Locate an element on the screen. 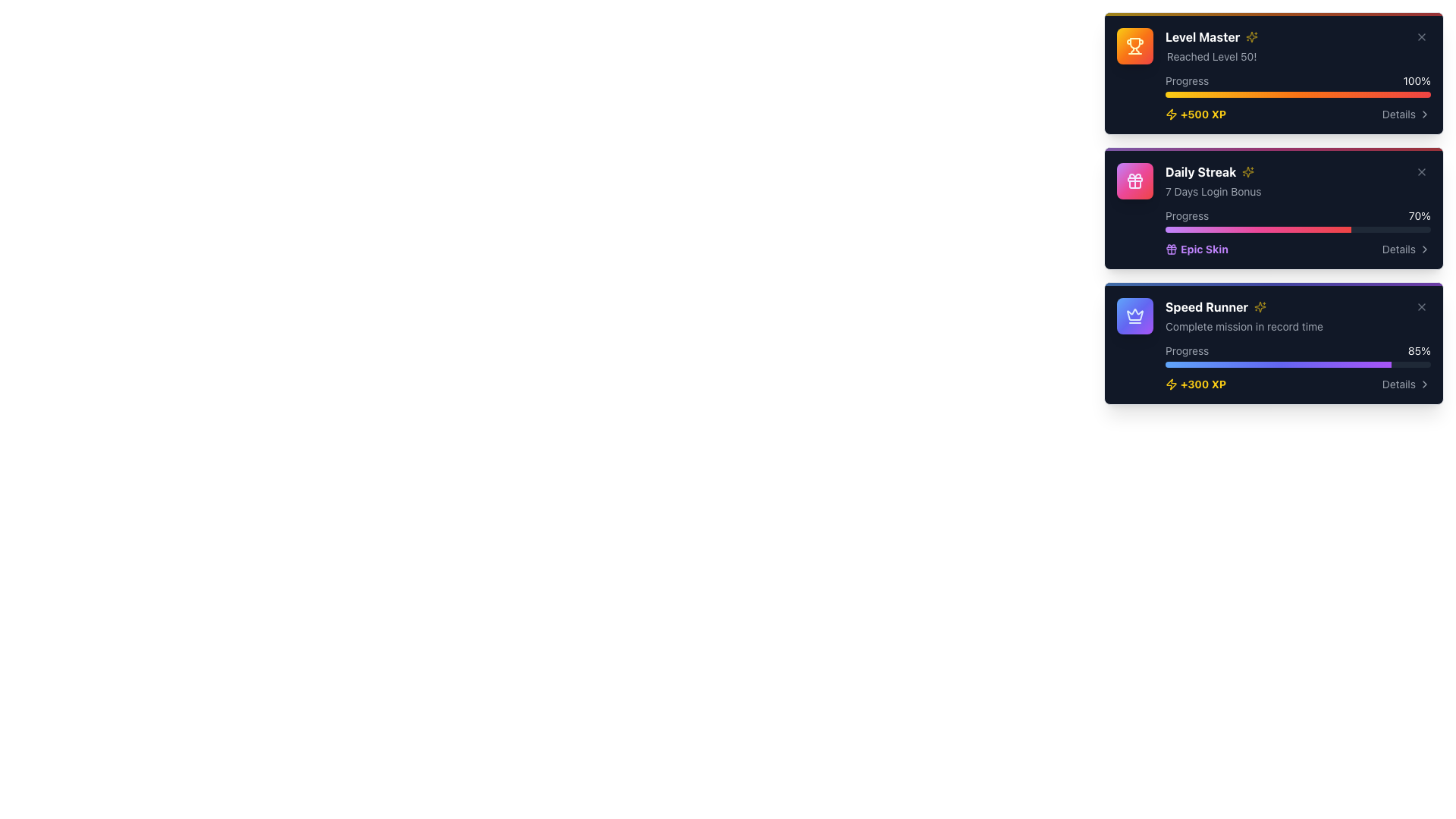  the lightning bolt-shaped icon rendered in bright yellow, which is positioned to the left of the text displaying '+300 XP' within the lower card labeled 'Speed Runner' in the vertical stack of achievement cards is located at coordinates (1171, 383).